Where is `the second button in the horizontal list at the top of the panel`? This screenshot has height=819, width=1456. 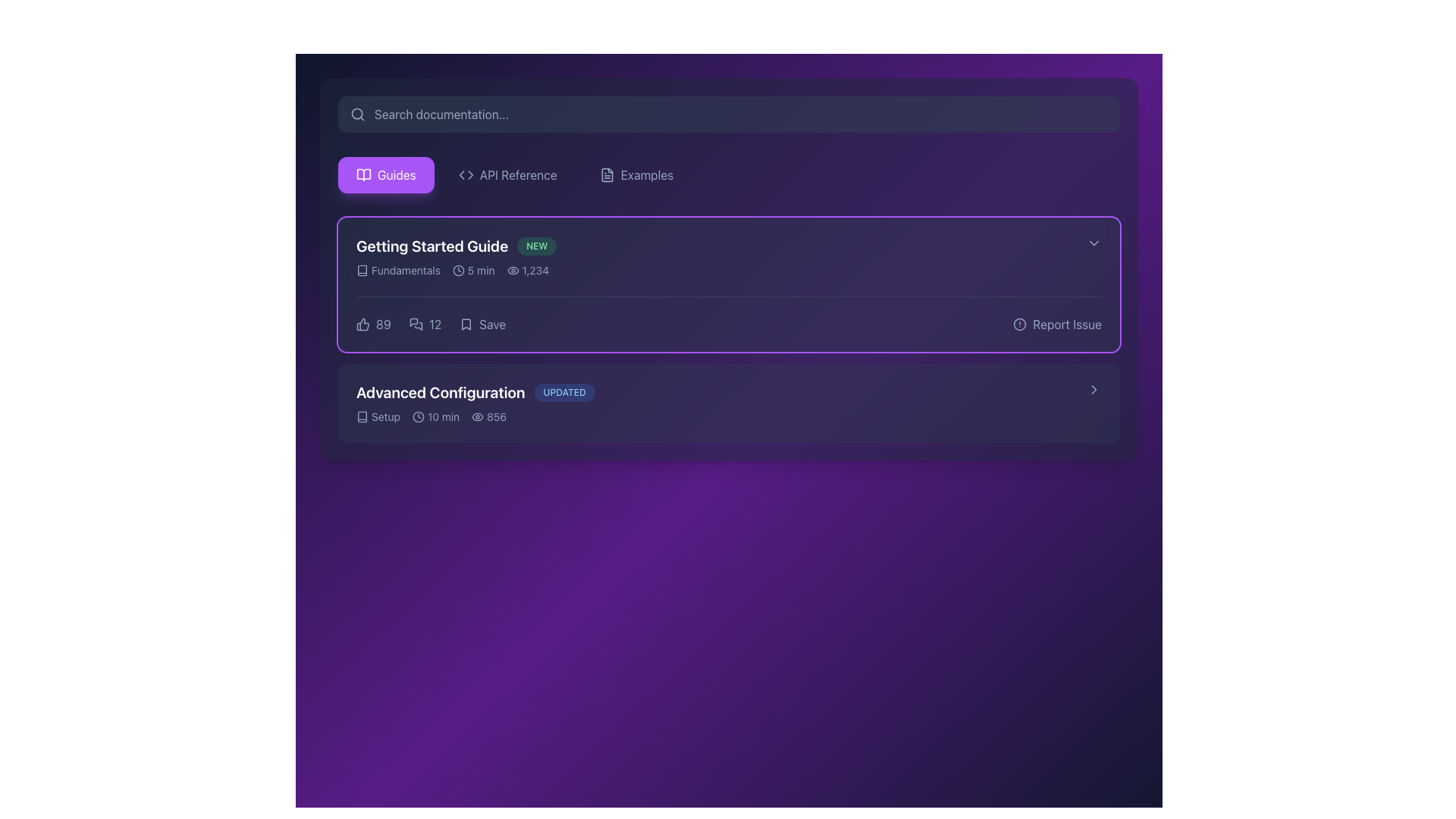
the second button in the horizontal list at the top of the panel is located at coordinates (507, 174).